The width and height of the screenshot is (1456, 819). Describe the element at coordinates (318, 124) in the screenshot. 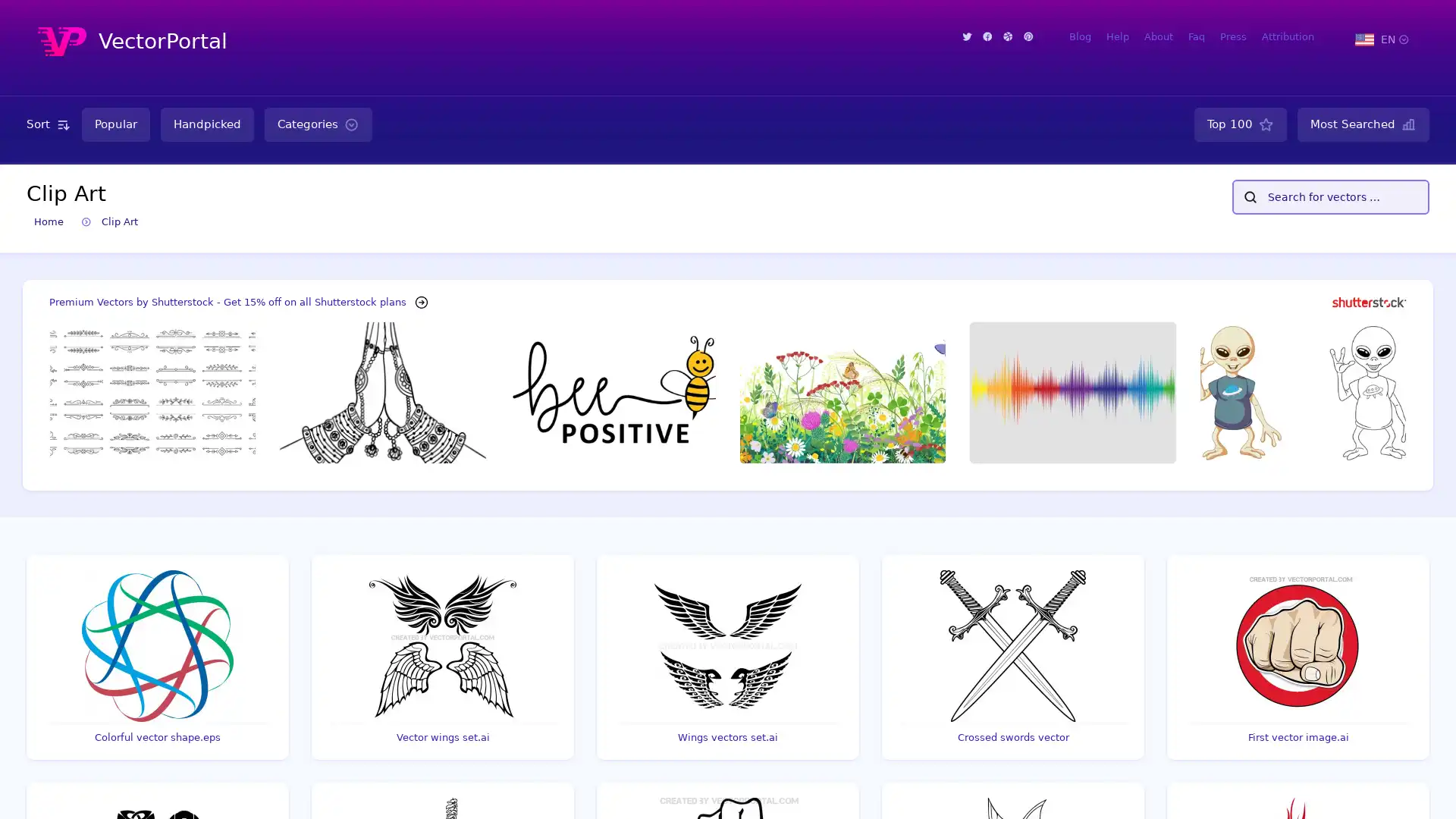

I see `Categories` at that location.